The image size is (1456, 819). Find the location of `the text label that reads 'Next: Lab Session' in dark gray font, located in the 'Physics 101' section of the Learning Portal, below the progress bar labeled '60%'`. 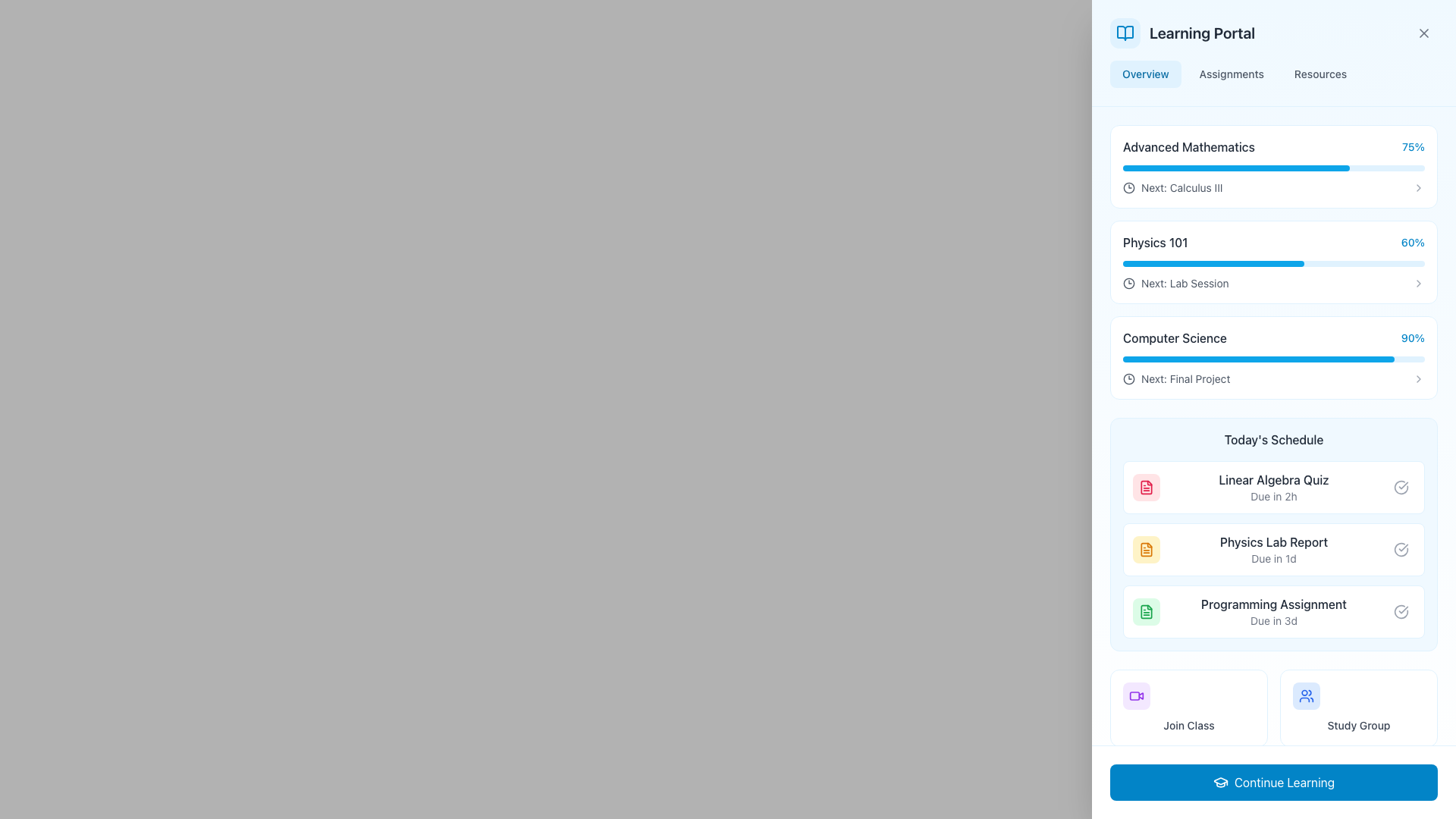

the text label that reads 'Next: Lab Session' in dark gray font, located in the 'Physics 101' section of the Learning Portal, below the progress bar labeled '60%' is located at coordinates (1184, 284).